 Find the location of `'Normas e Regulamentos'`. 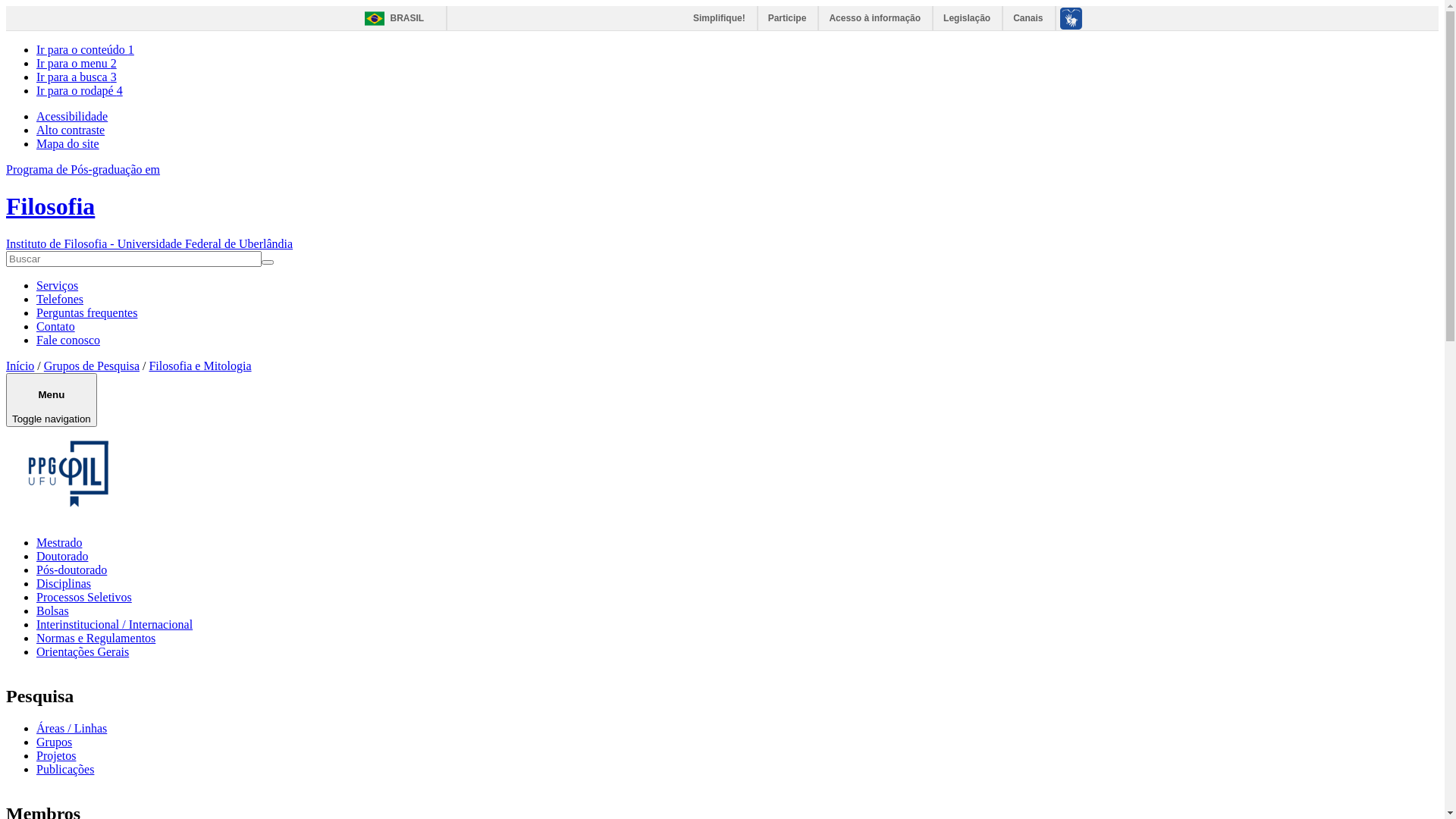

'Normas e Regulamentos' is located at coordinates (95, 638).